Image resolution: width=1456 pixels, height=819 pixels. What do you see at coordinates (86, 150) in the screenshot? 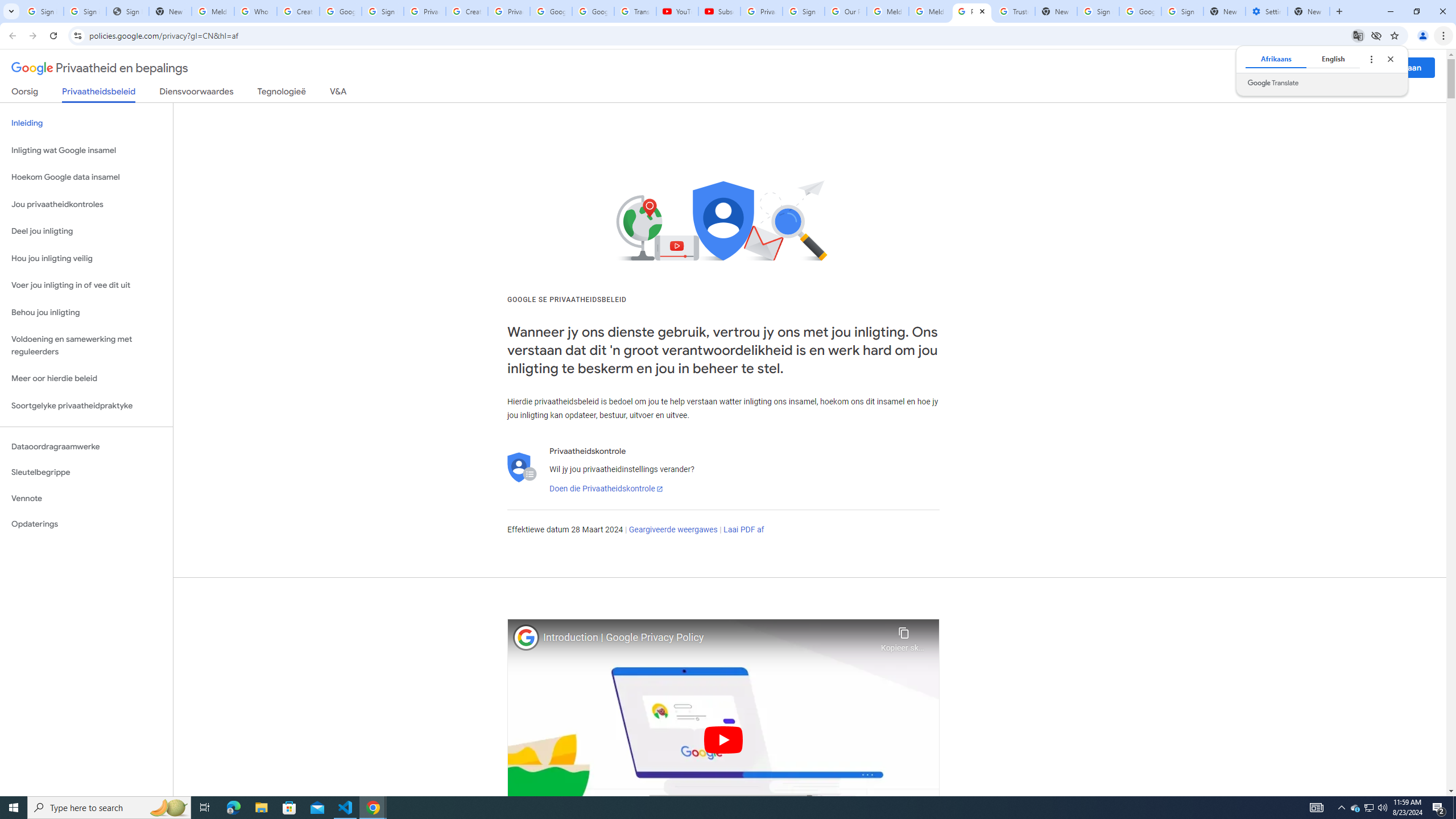
I see `'Inligting wat Google insamel'` at bounding box center [86, 150].